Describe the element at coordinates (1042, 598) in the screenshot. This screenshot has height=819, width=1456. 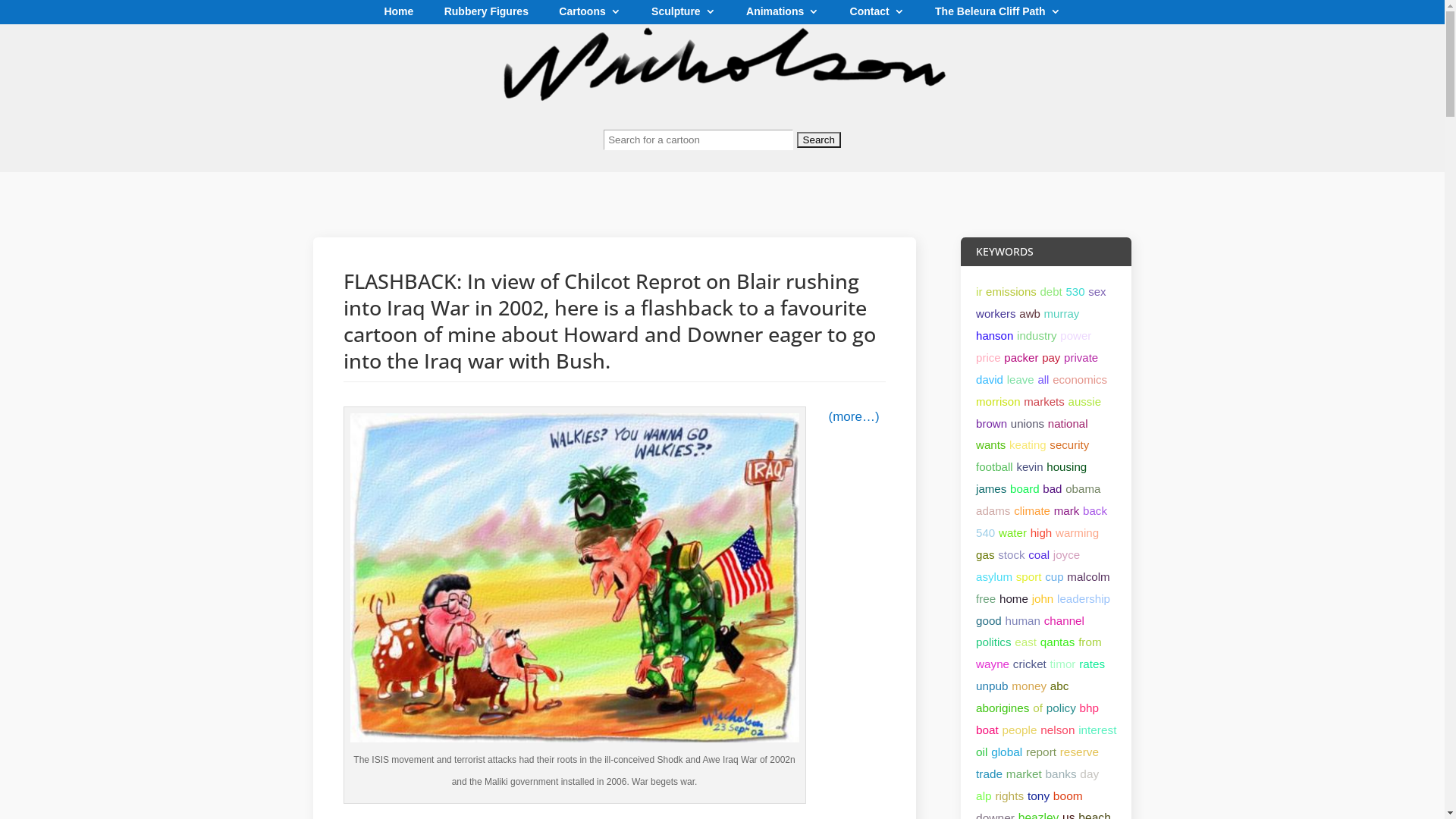
I see `'john'` at that location.